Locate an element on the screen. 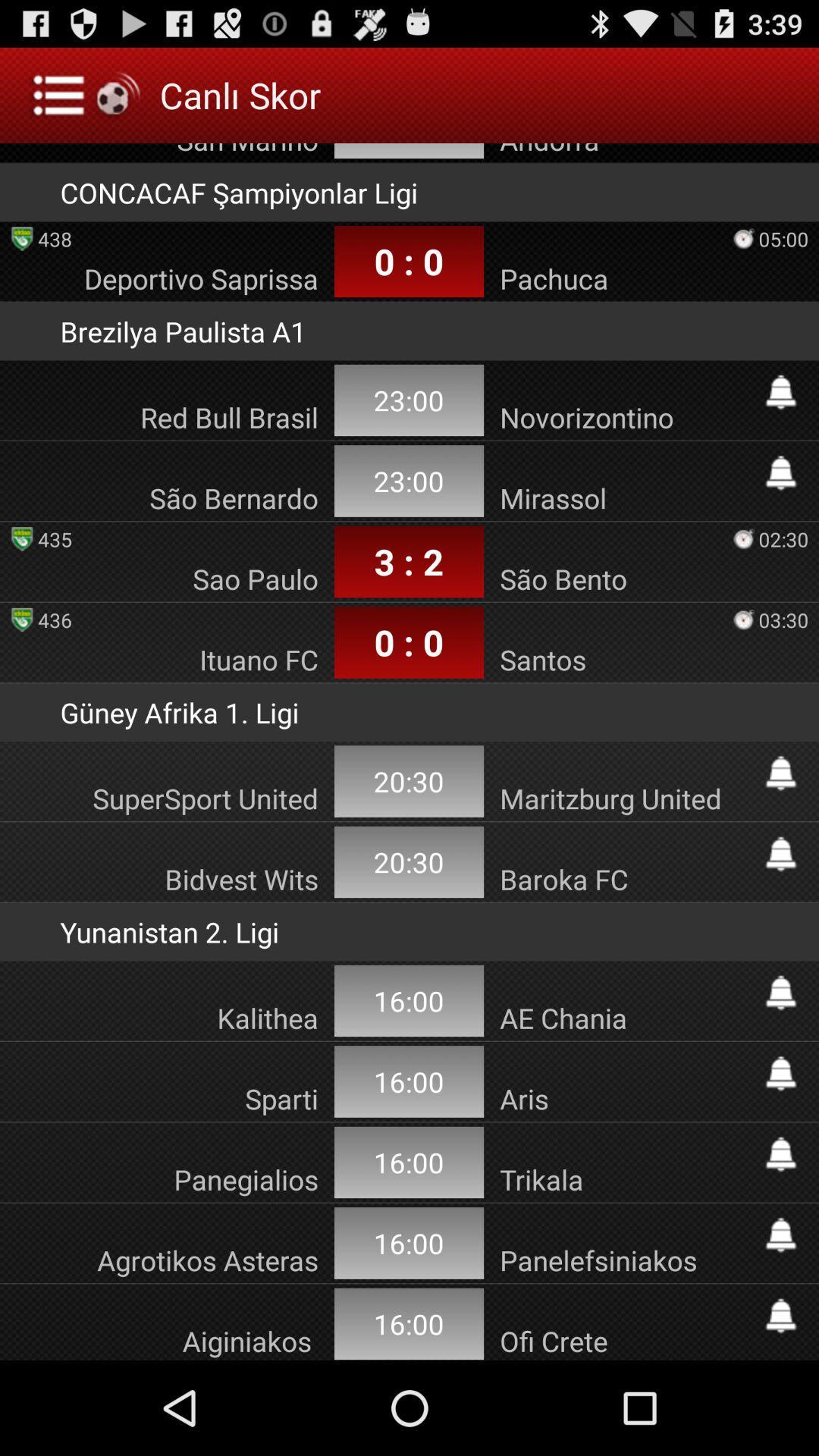 Image resolution: width=819 pixels, height=1456 pixels. set alarm is located at coordinates (780, 854).